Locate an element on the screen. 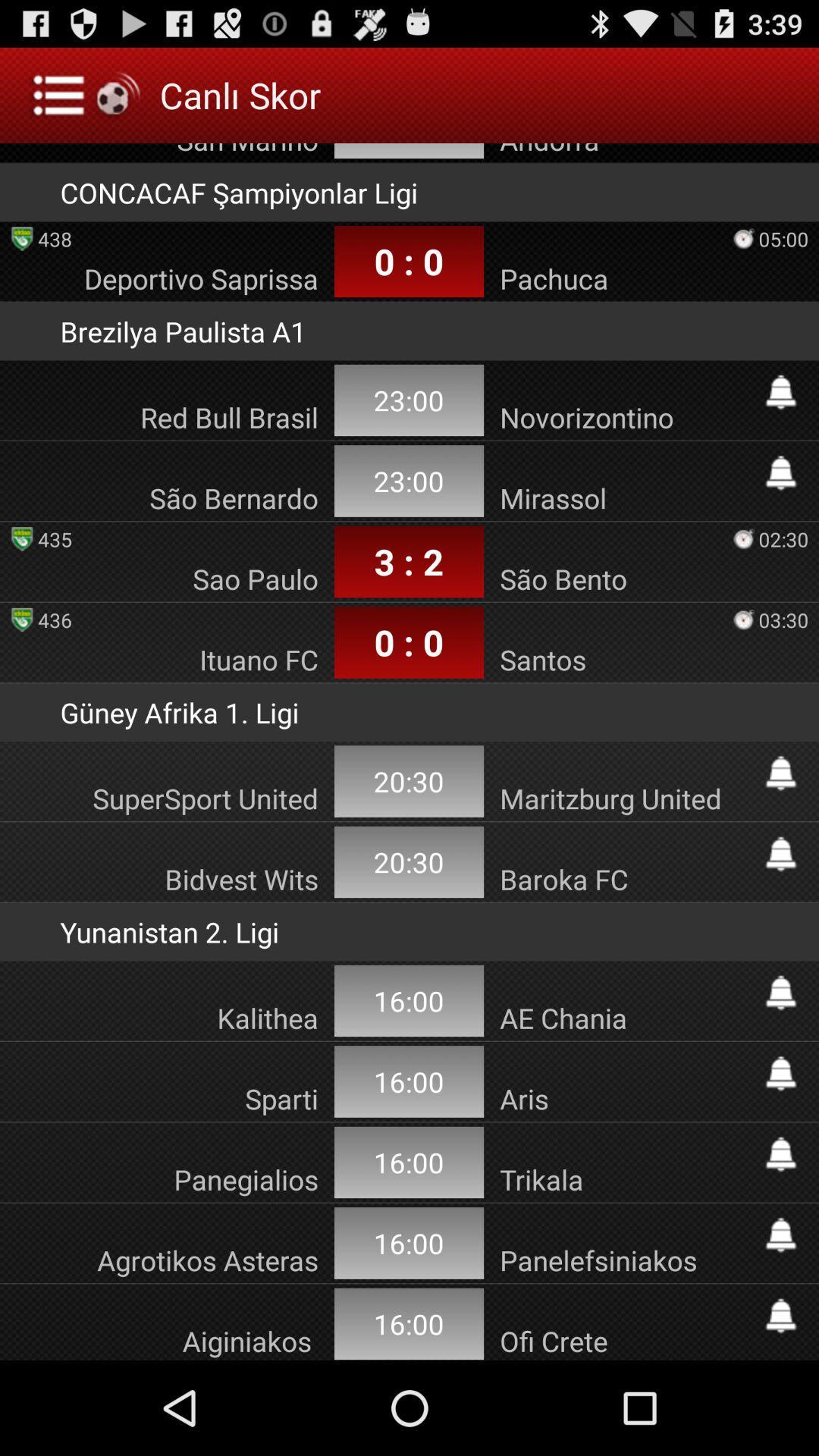 Image resolution: width=819 pixels, height=1456 pixels. set alarm is located at coordinates (780, 854).